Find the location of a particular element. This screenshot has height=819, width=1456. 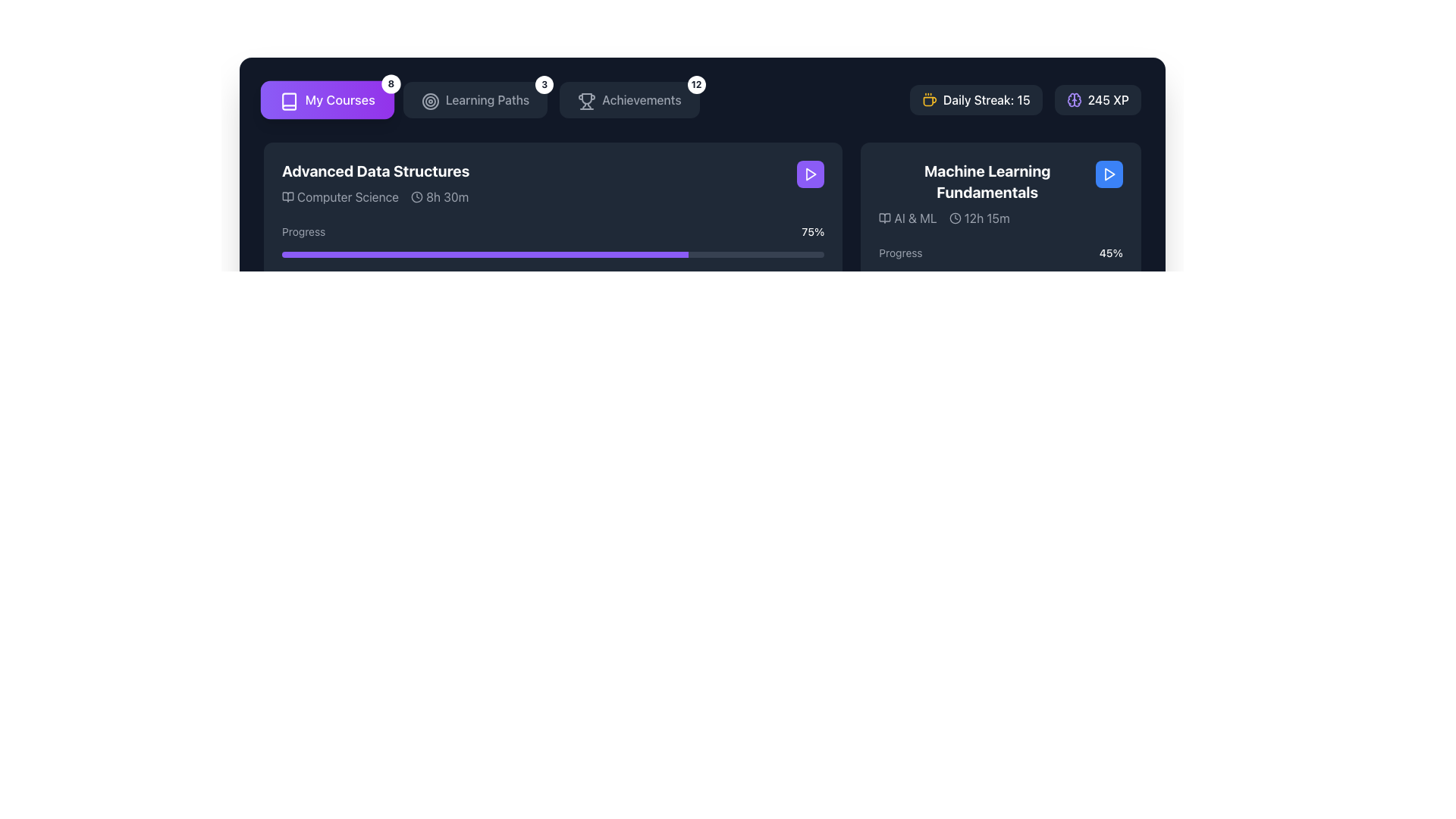

the open book icon representing educational content located to the left of the 'Computer Science' text label in the 'Advanced Data Structures' course section is located at coordinates (287, 196).